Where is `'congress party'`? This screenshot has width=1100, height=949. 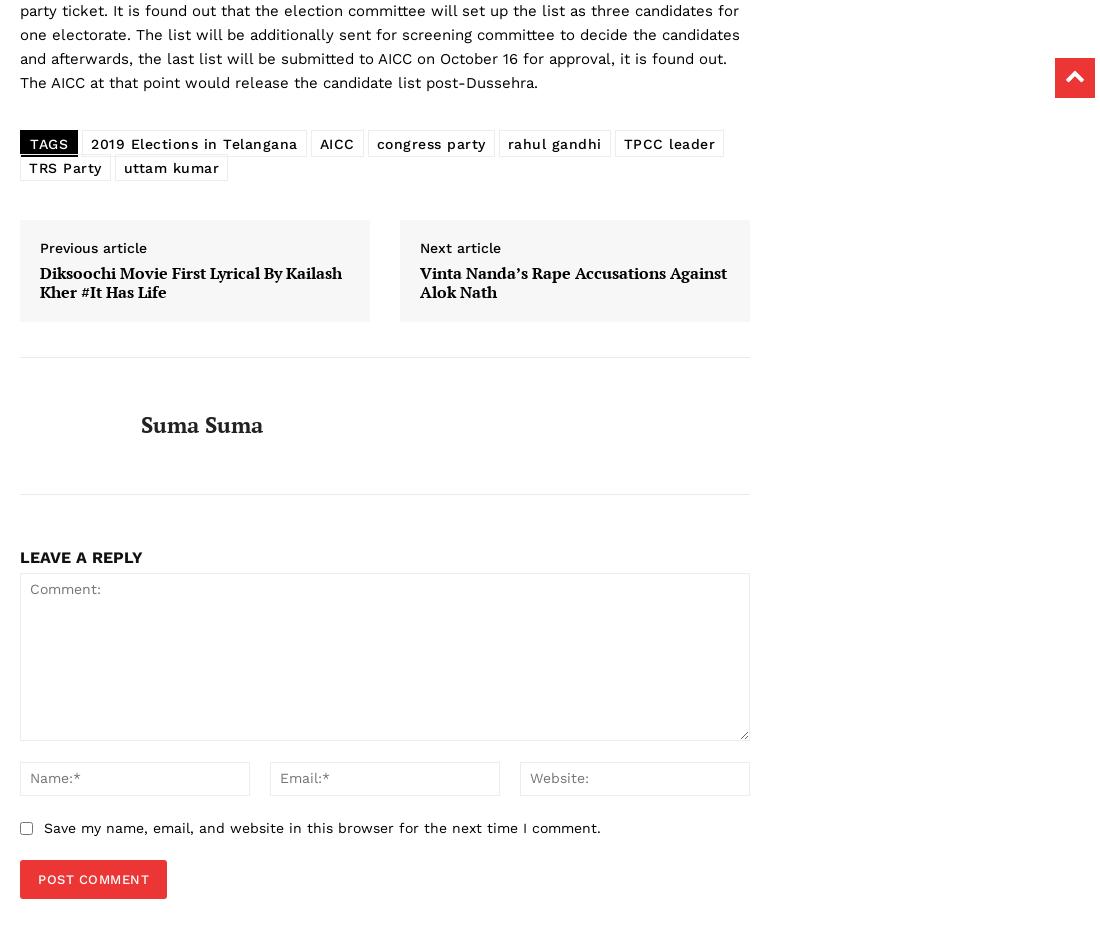 'congress party' is located at coordinates (429, 143).